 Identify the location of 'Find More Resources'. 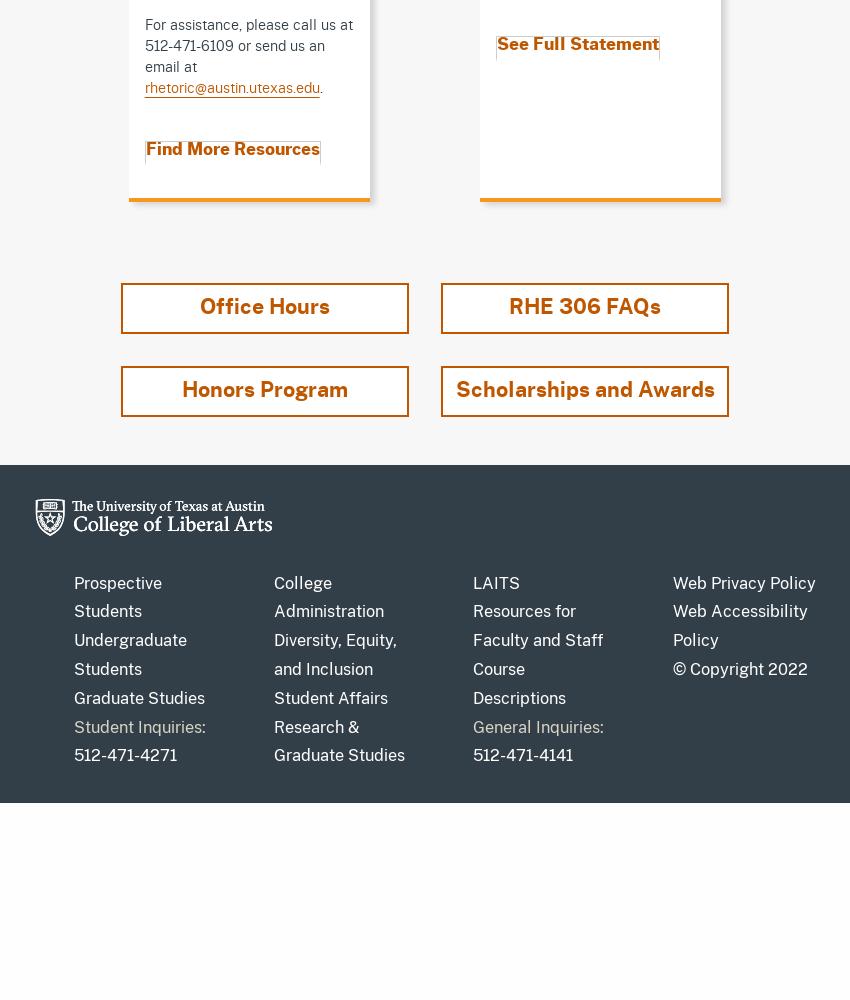
(231, 150).